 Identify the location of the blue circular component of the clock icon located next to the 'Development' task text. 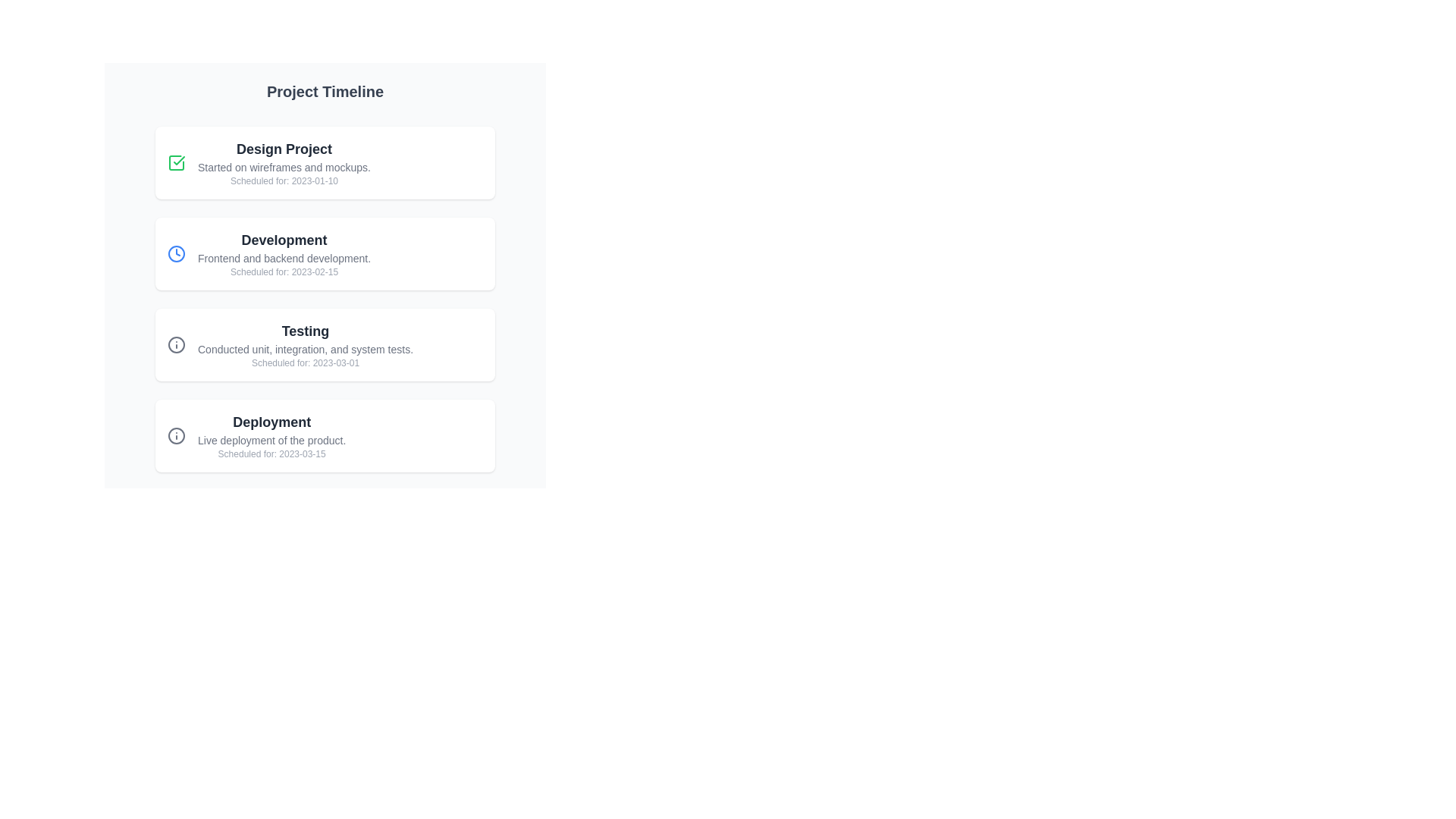
(177, 253).